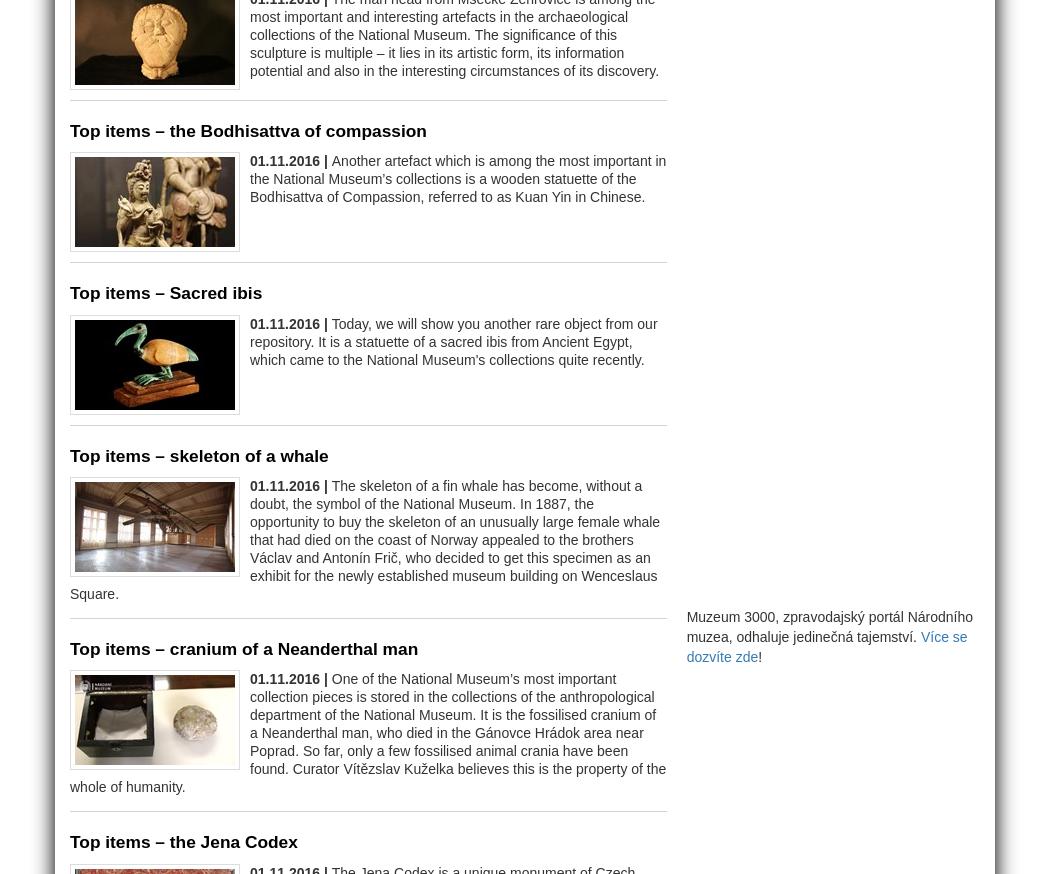 The width and height of the screenshot is (1050, 874). Describe the element at coordinates (829, 624) in the screenshot. I see `'Muzeum 3000, zpravodajský portál Národního muzea, odhaluje jedinečná tajemství.'` at that location.